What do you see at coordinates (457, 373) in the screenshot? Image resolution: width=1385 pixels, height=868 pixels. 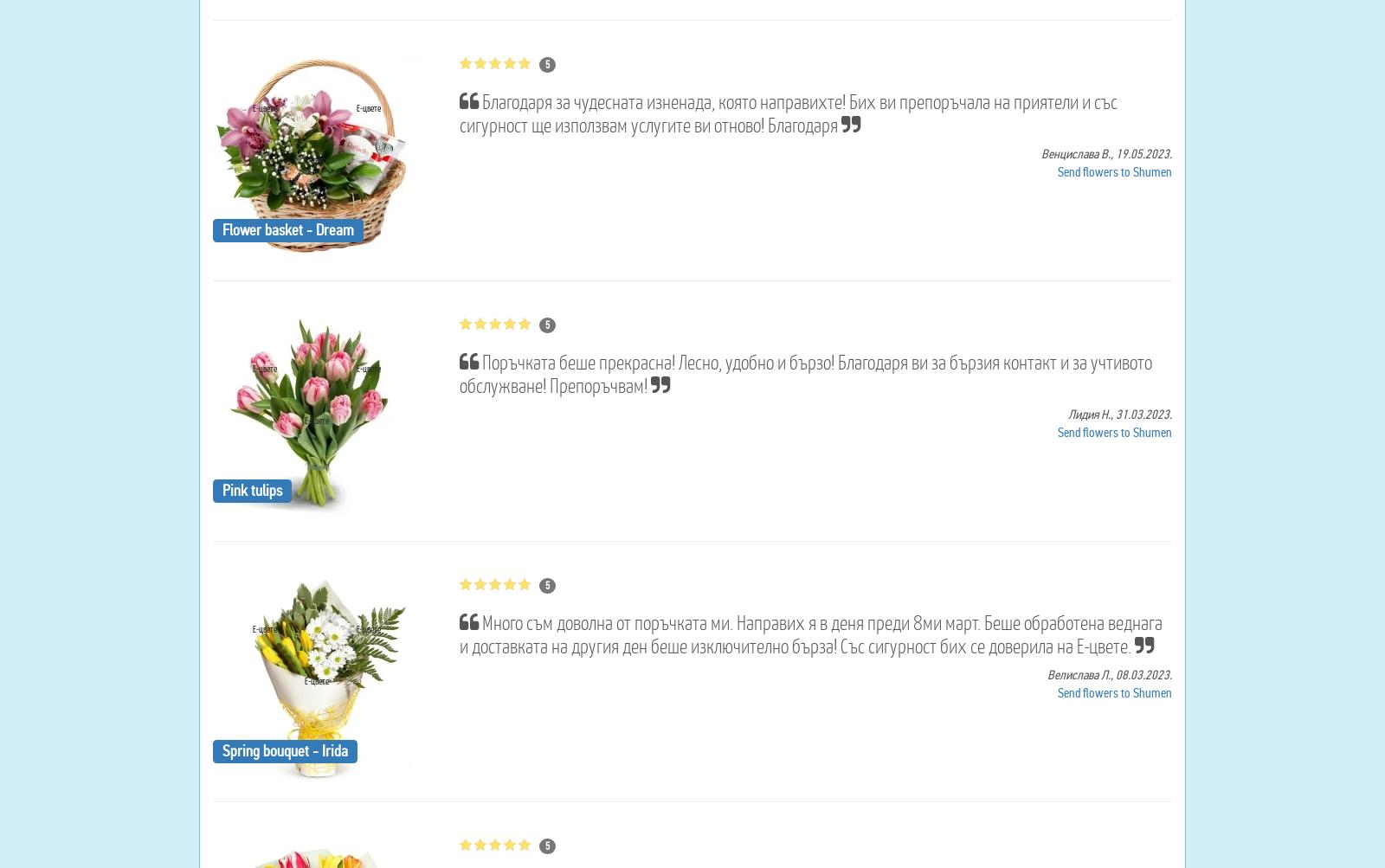 I see `'Поръчката беше прекрасна! Лесно, удобно и бързо! Благодаря ви за бързия контакт и за учтивото обслужване! Препоръчвам!'` at bounding box center [457, 373].